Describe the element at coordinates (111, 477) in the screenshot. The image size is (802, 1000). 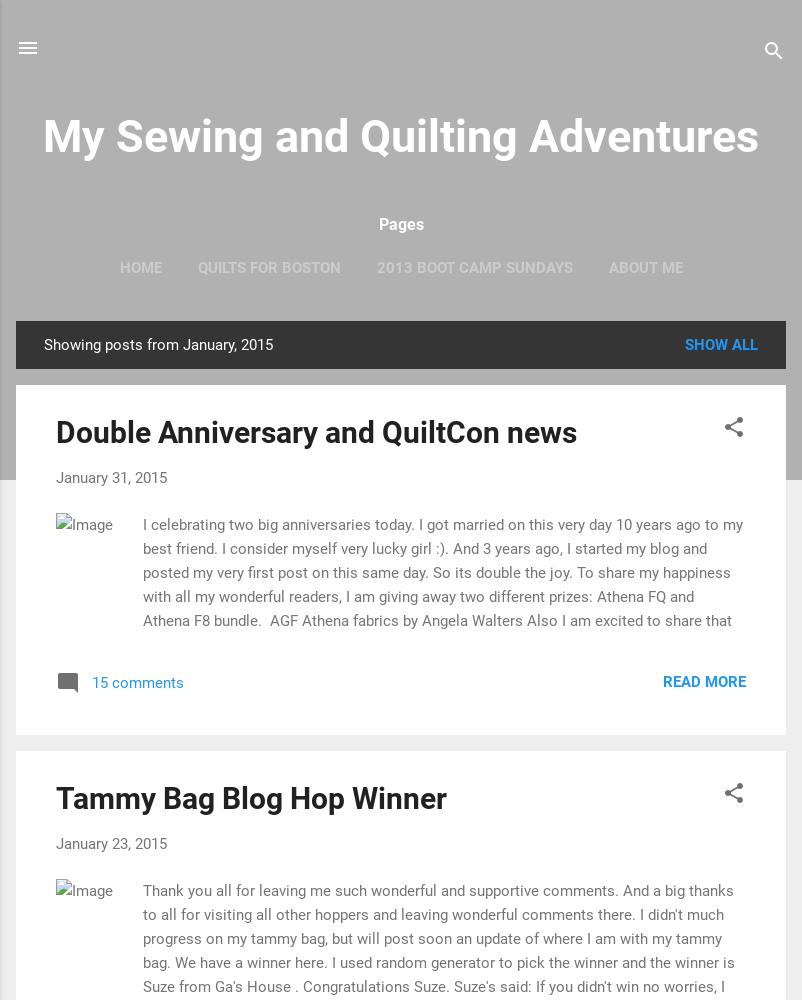
I see `'January 31, 2015'` at that location.